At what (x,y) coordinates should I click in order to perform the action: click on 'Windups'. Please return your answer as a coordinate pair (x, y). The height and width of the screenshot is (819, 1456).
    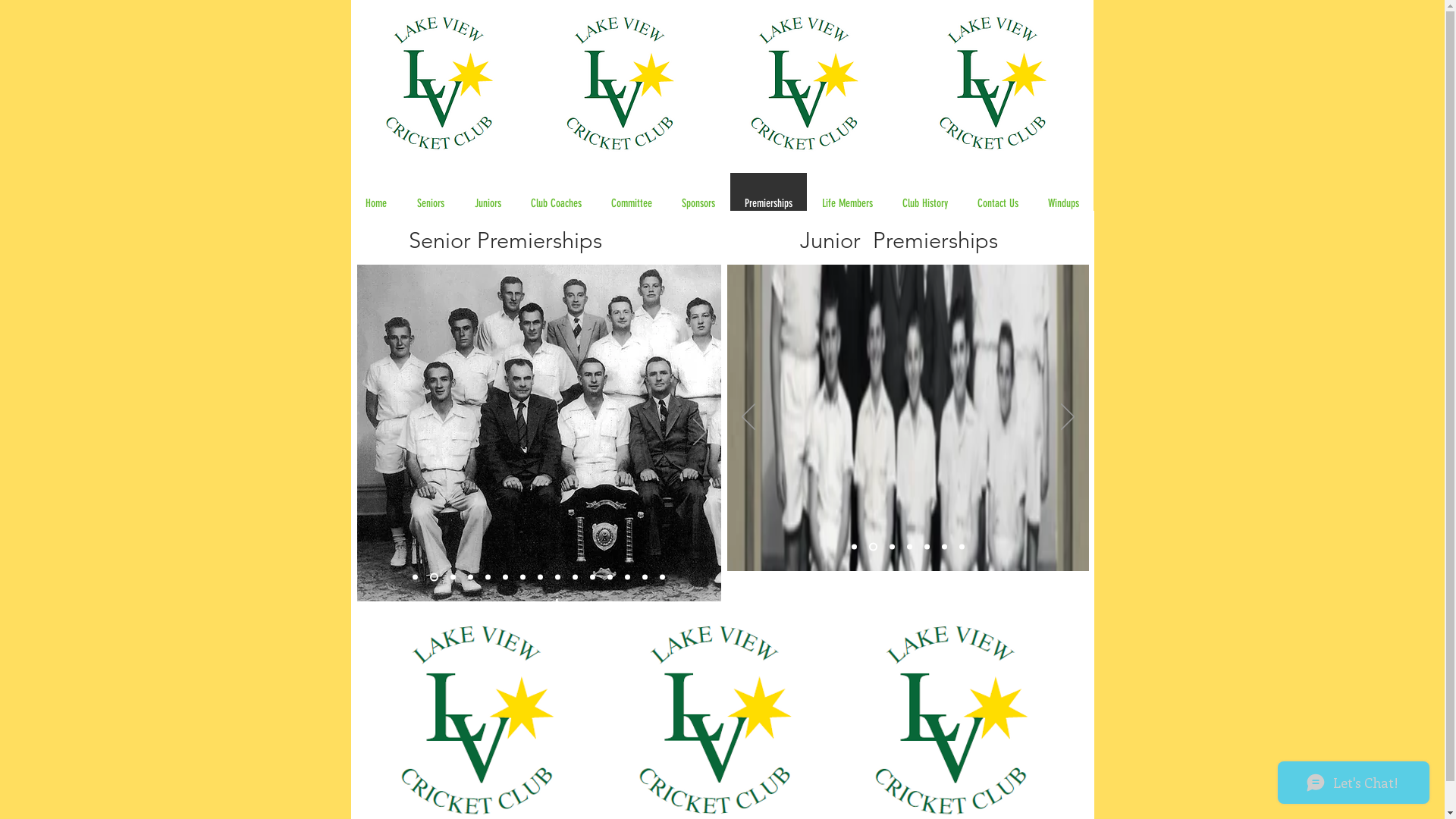
    Looking at the image, I should click on (1062, 202).